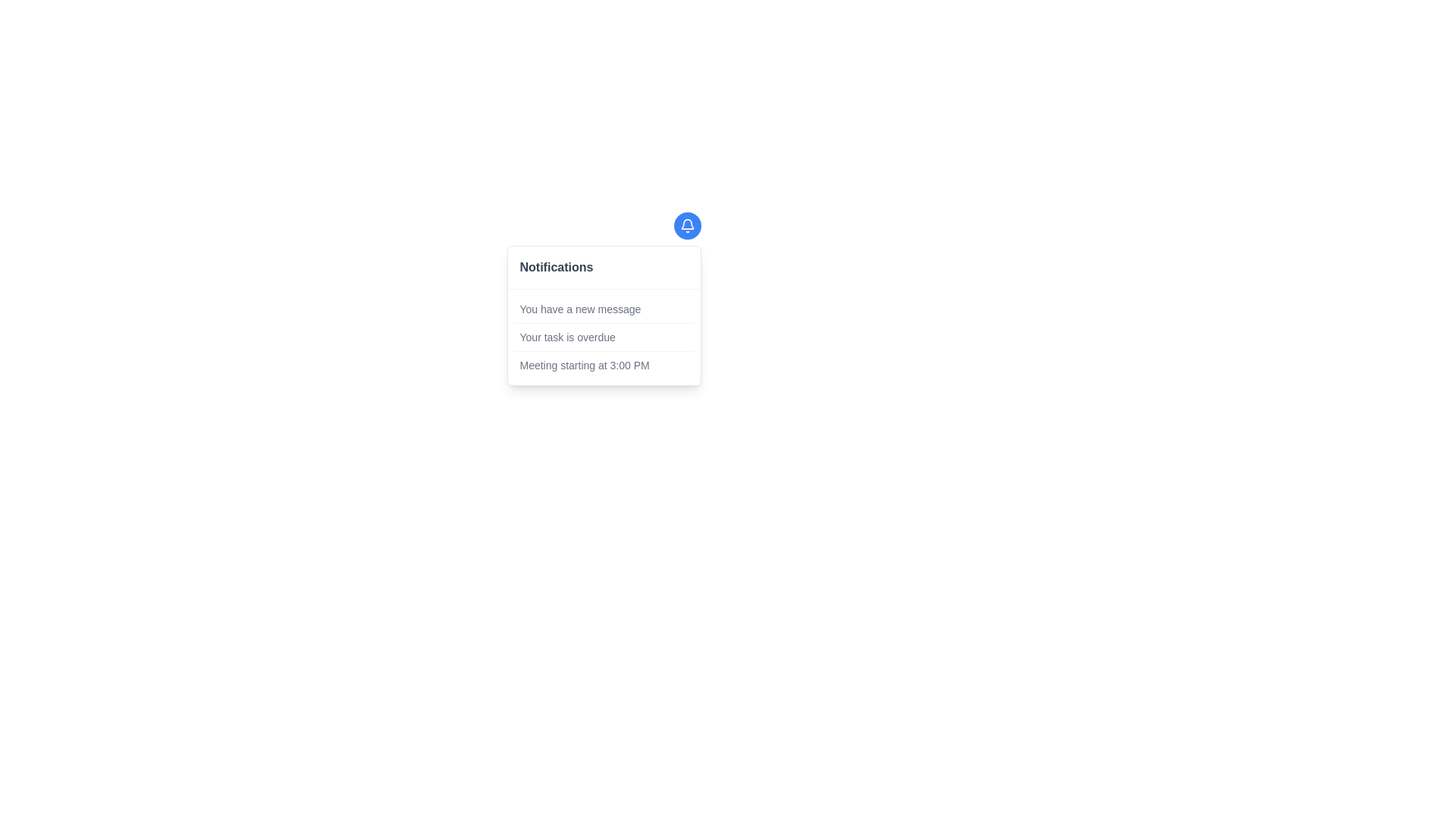  I want to click on the second notification informing the user of an overdue task, which is part of the notification system and is positioned between two other notifications, so click(603, 336).